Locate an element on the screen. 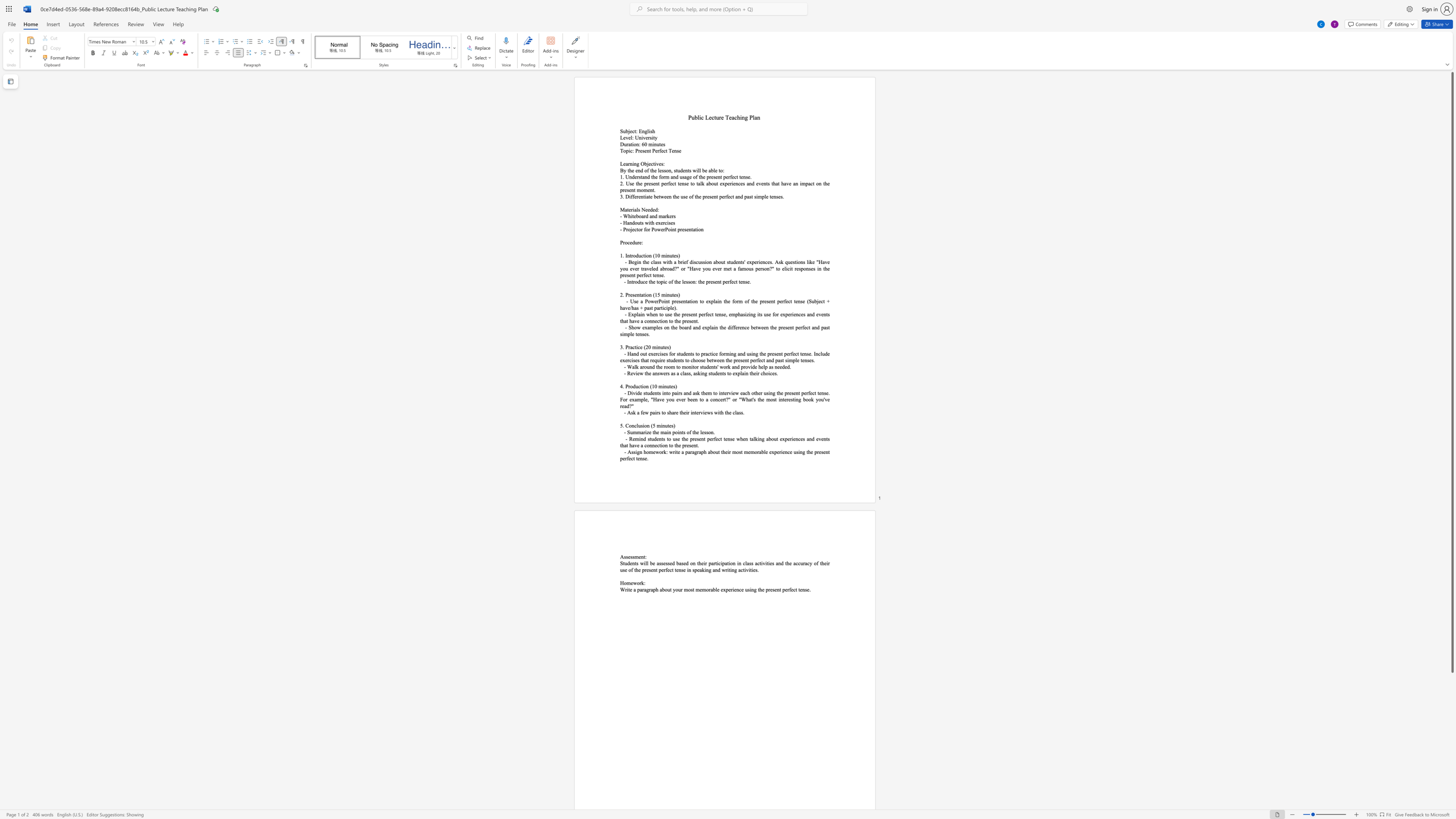 This screenshot has height=819, width=1456. the space between the continuous character "p" and "r" in the text is located at coordinates (704, 196).